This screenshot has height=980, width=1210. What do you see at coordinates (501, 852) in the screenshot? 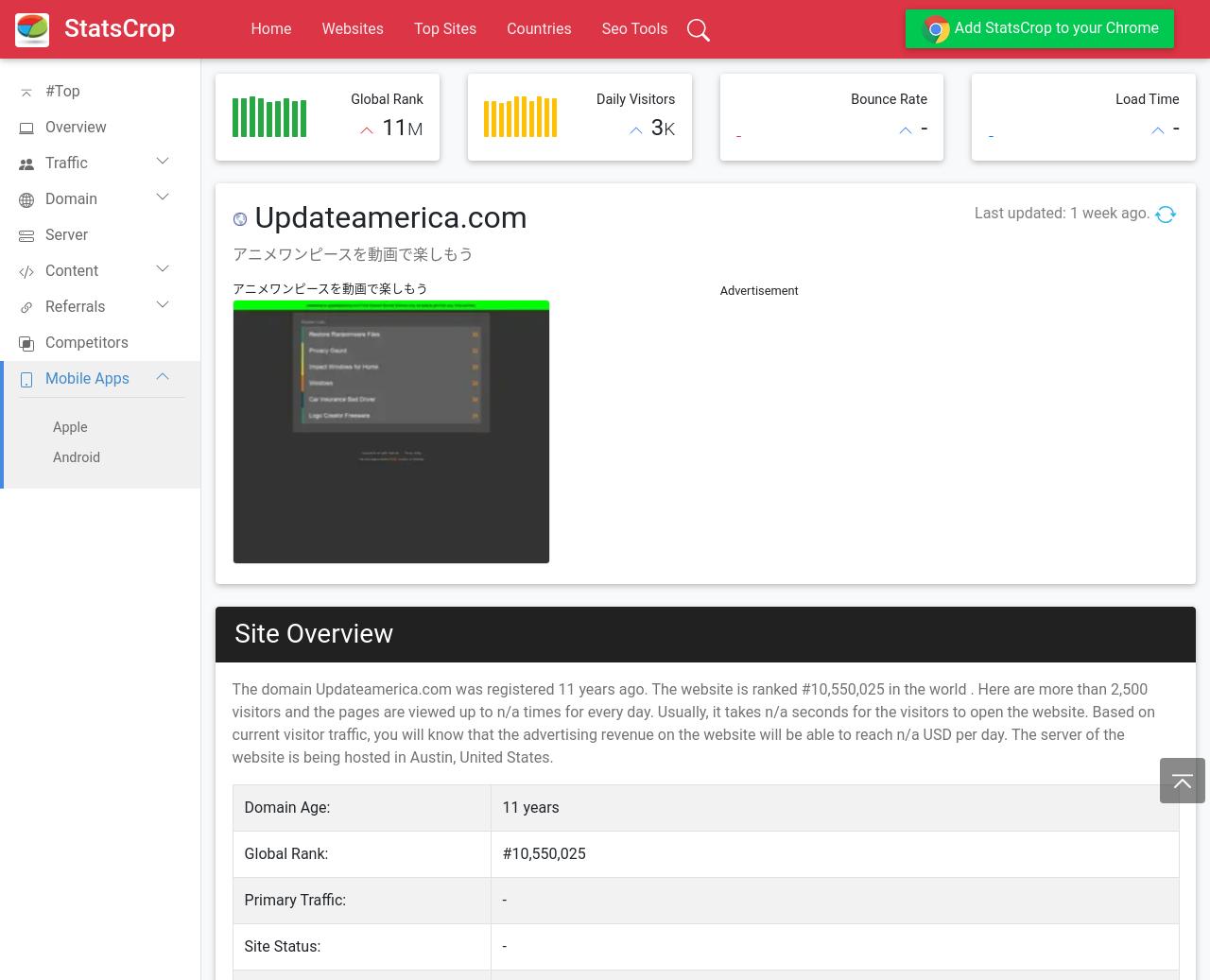
I see `'#10,550,025'` at bounding box center [501, 852].